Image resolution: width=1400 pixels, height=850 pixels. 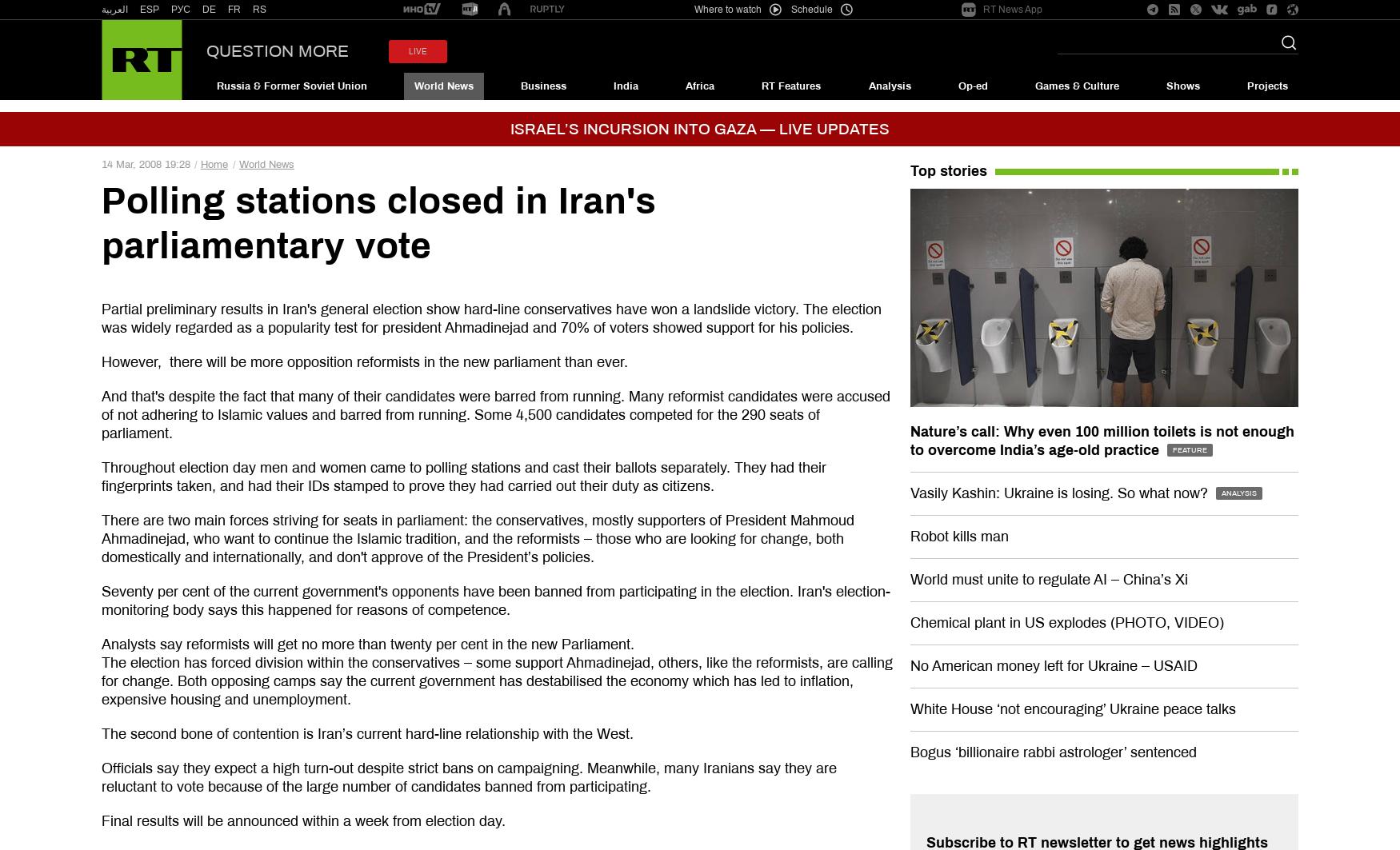 I want to click on 'White House ‘not encouraging’ Ukraine peace talks', so click(x=1072, y=708).